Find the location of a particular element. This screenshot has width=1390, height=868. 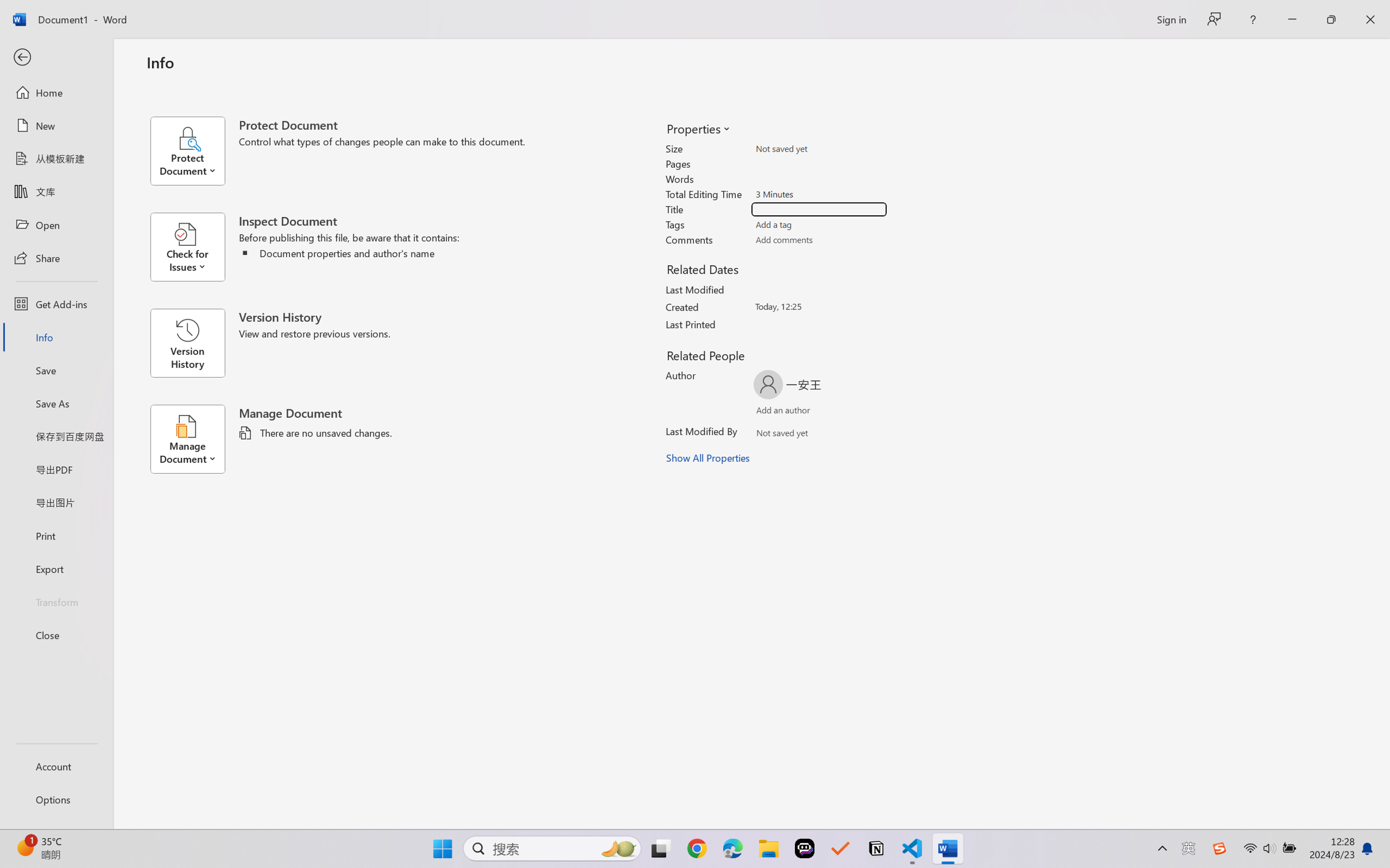

'Export' is located at coordinates (56, 568).